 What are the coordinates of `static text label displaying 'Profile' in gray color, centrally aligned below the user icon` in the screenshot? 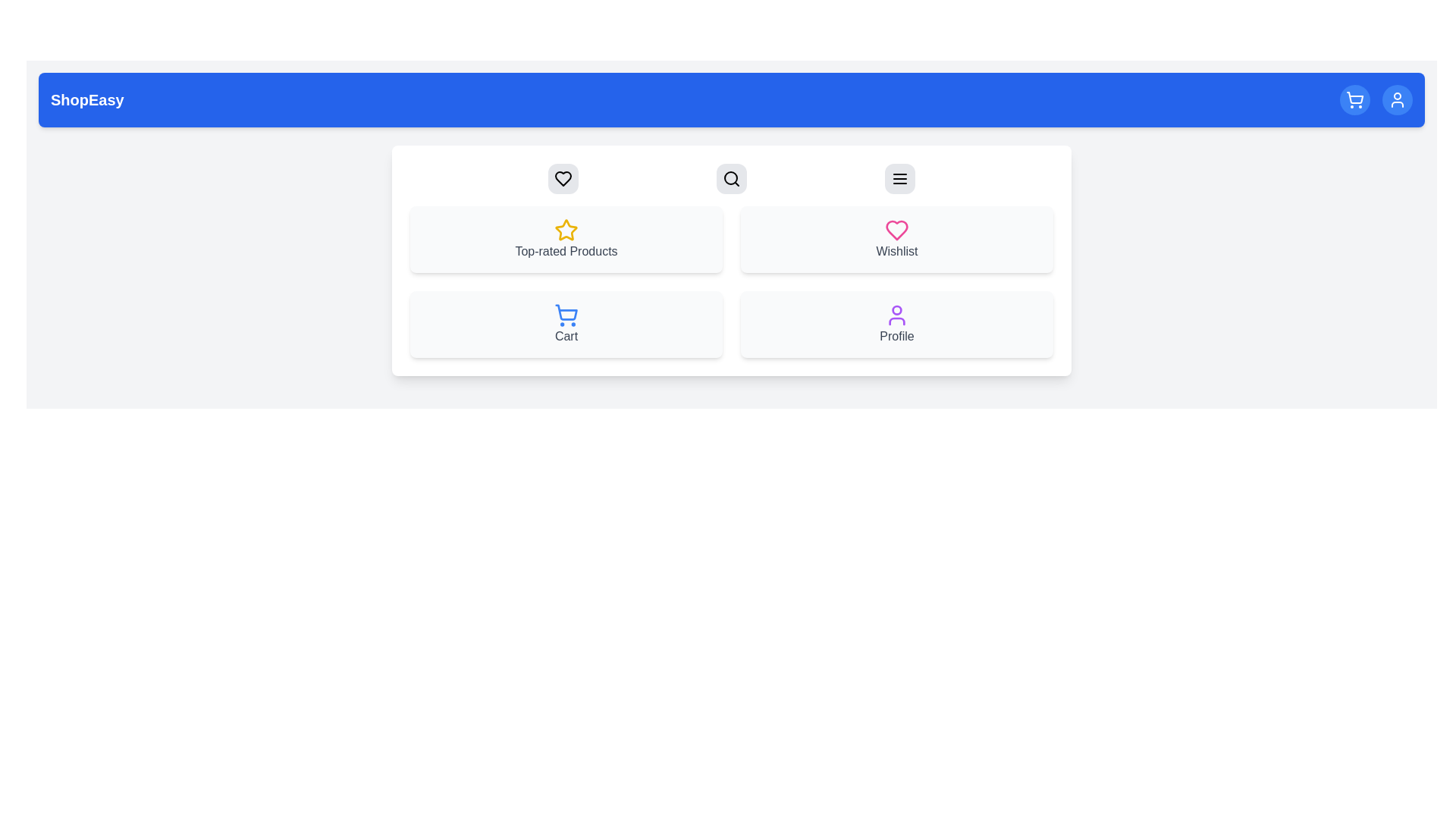 It's located at (896, 335).